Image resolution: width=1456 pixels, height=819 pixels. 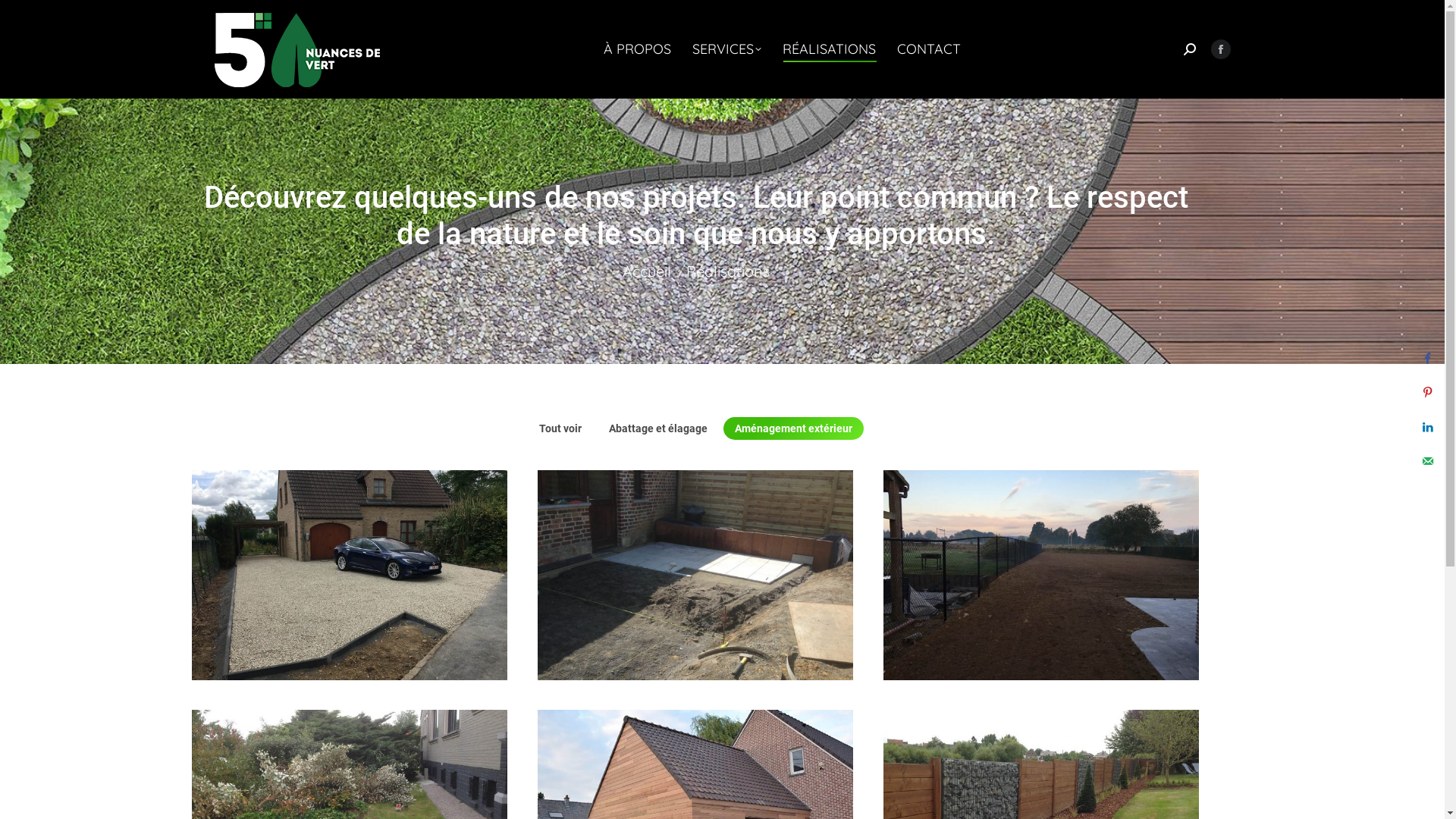 I want to click on 'SERVICES', so click(x=725, y=49).